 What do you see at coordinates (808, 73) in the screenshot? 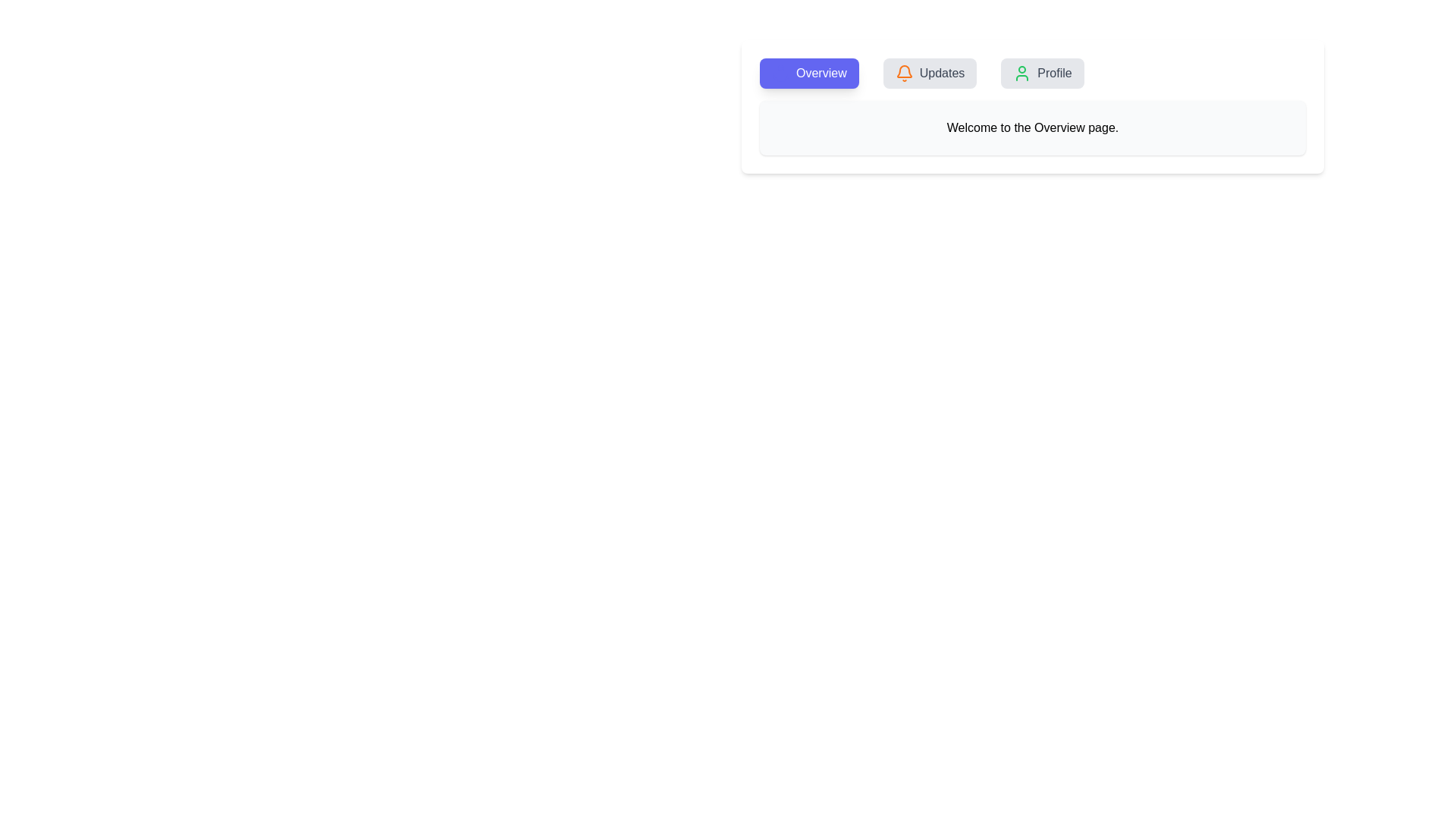
I see `the Overview tab to view its content` at bounding box center [808, 73].